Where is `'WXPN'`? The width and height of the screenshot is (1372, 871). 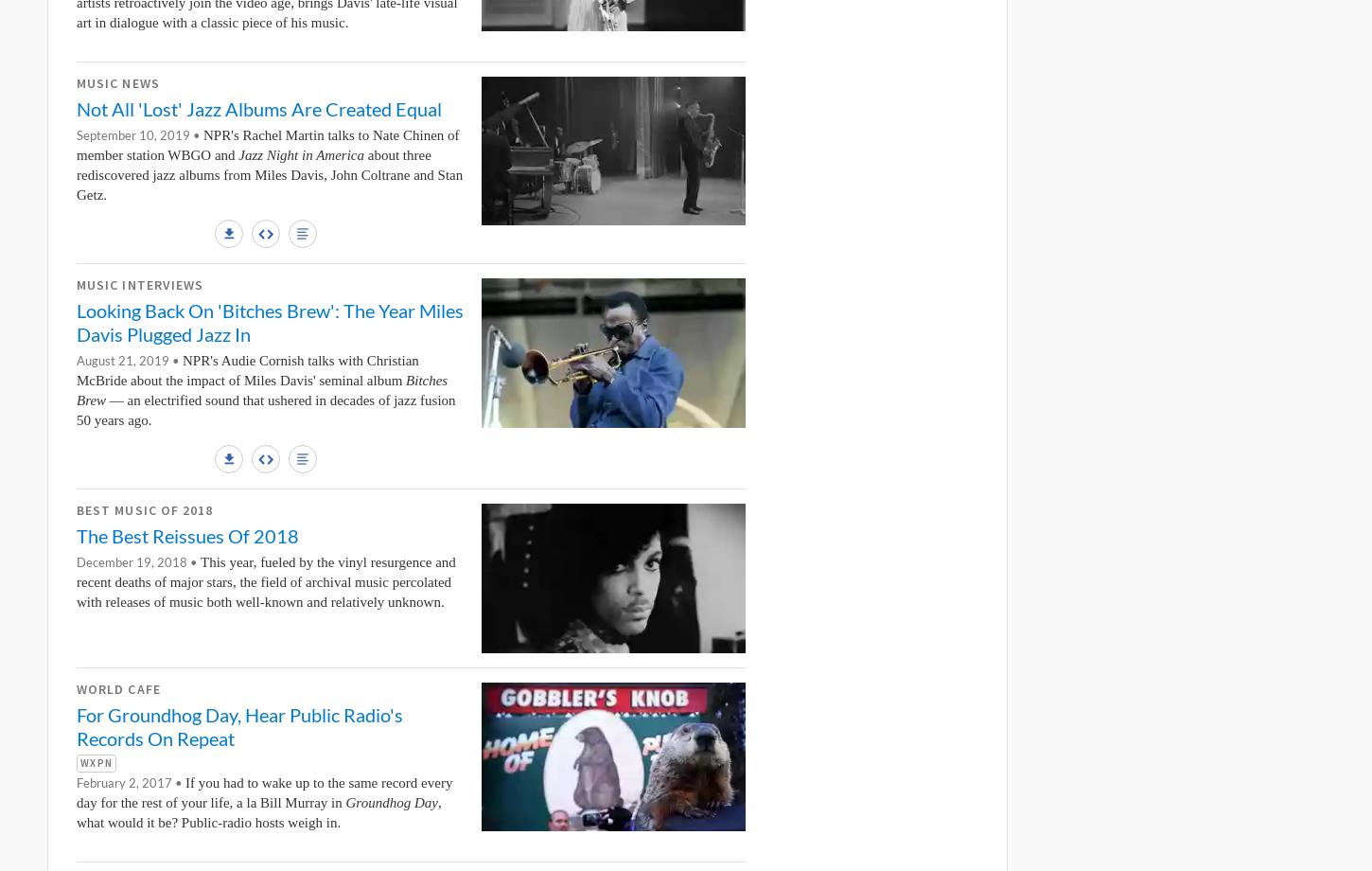 'WXPN' is located at coordinates (96, 762).